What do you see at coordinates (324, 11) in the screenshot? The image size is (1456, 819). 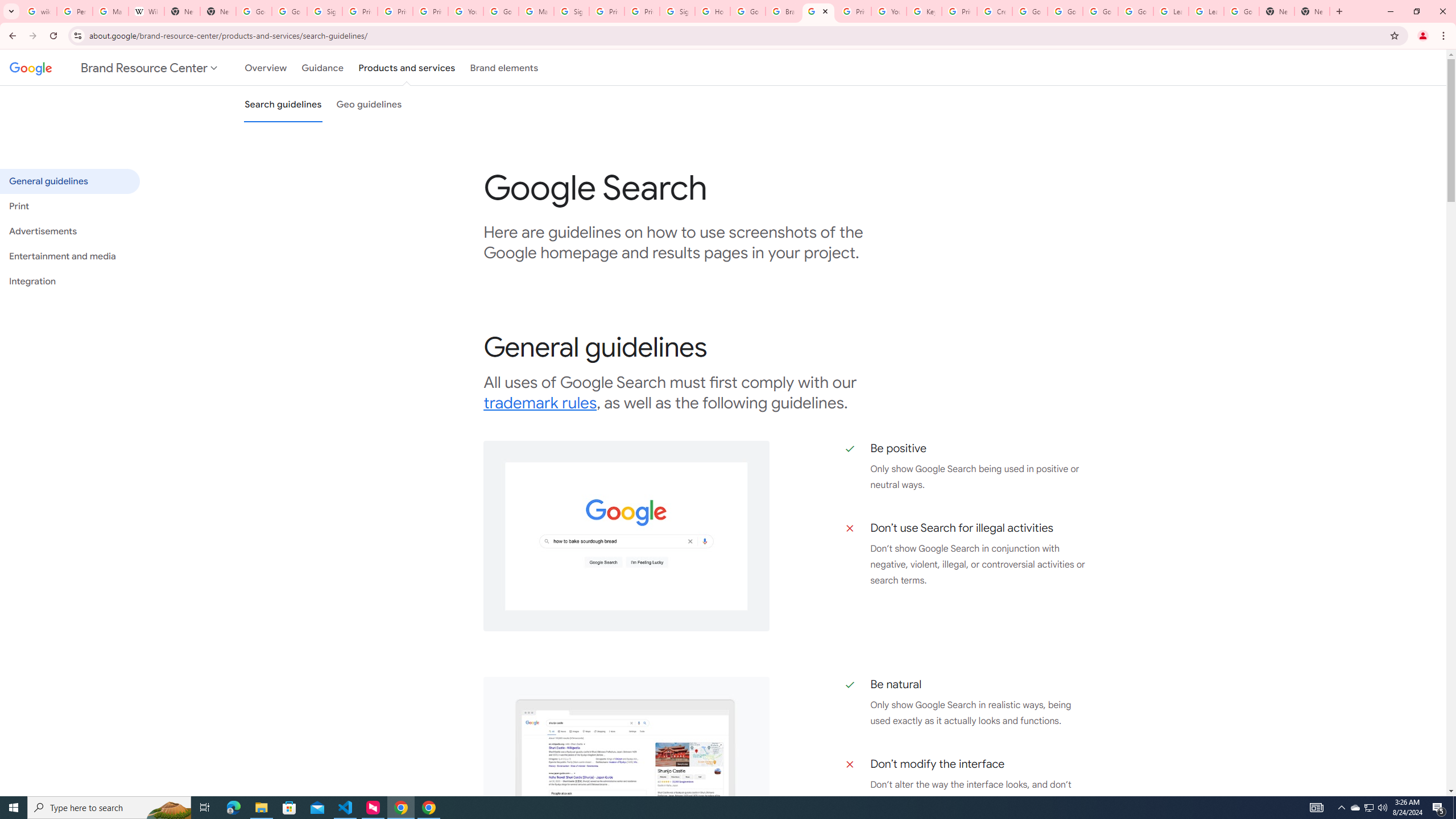 I see `'Sign in - Google Accounts'` at bounding box center [324, 11].